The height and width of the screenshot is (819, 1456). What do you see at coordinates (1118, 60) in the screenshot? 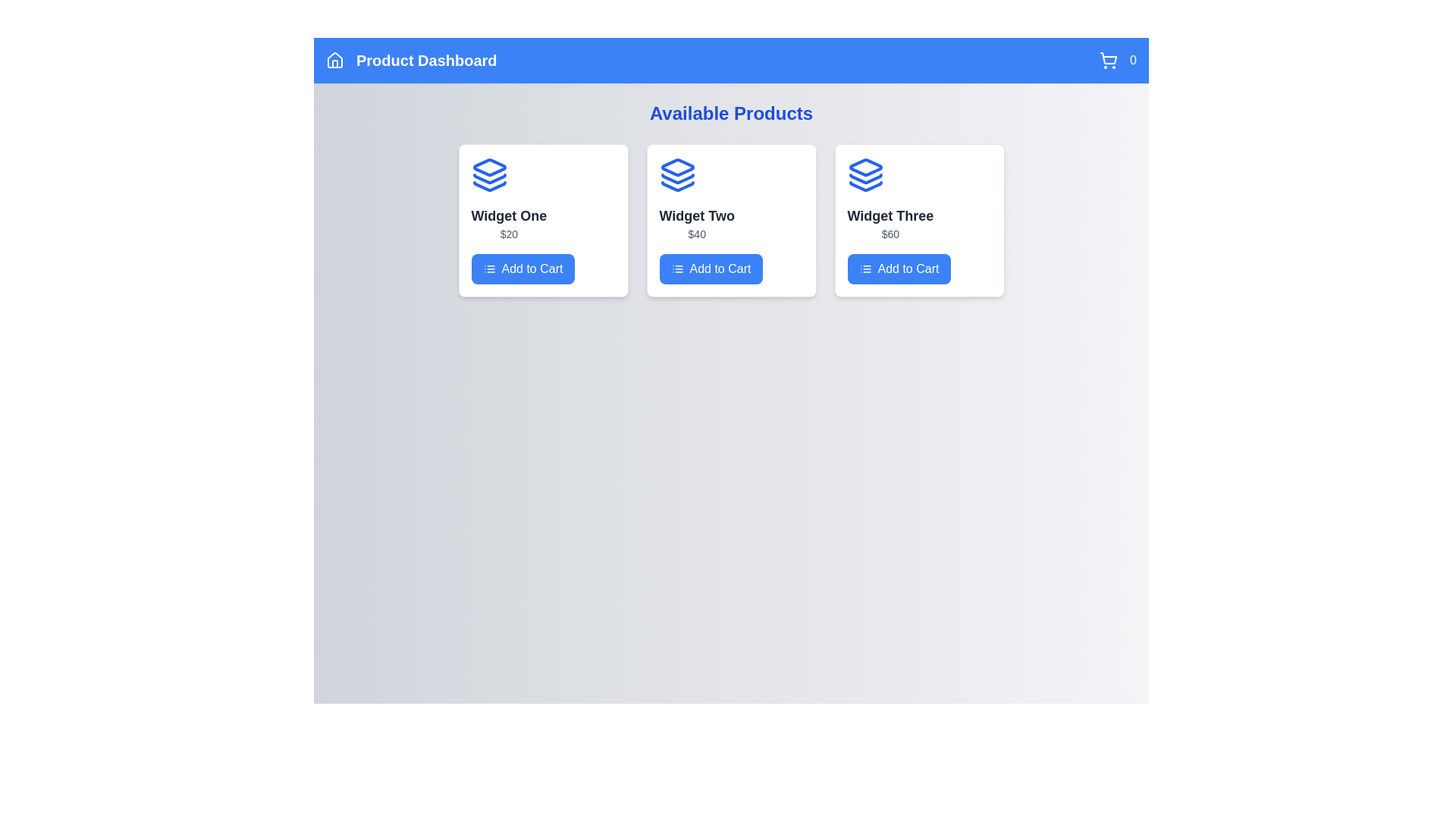
I see `the shopping cart icon with the numeric indication showing '0' on the far-right side of the blue header bar` at bounding box center [1118, 60].